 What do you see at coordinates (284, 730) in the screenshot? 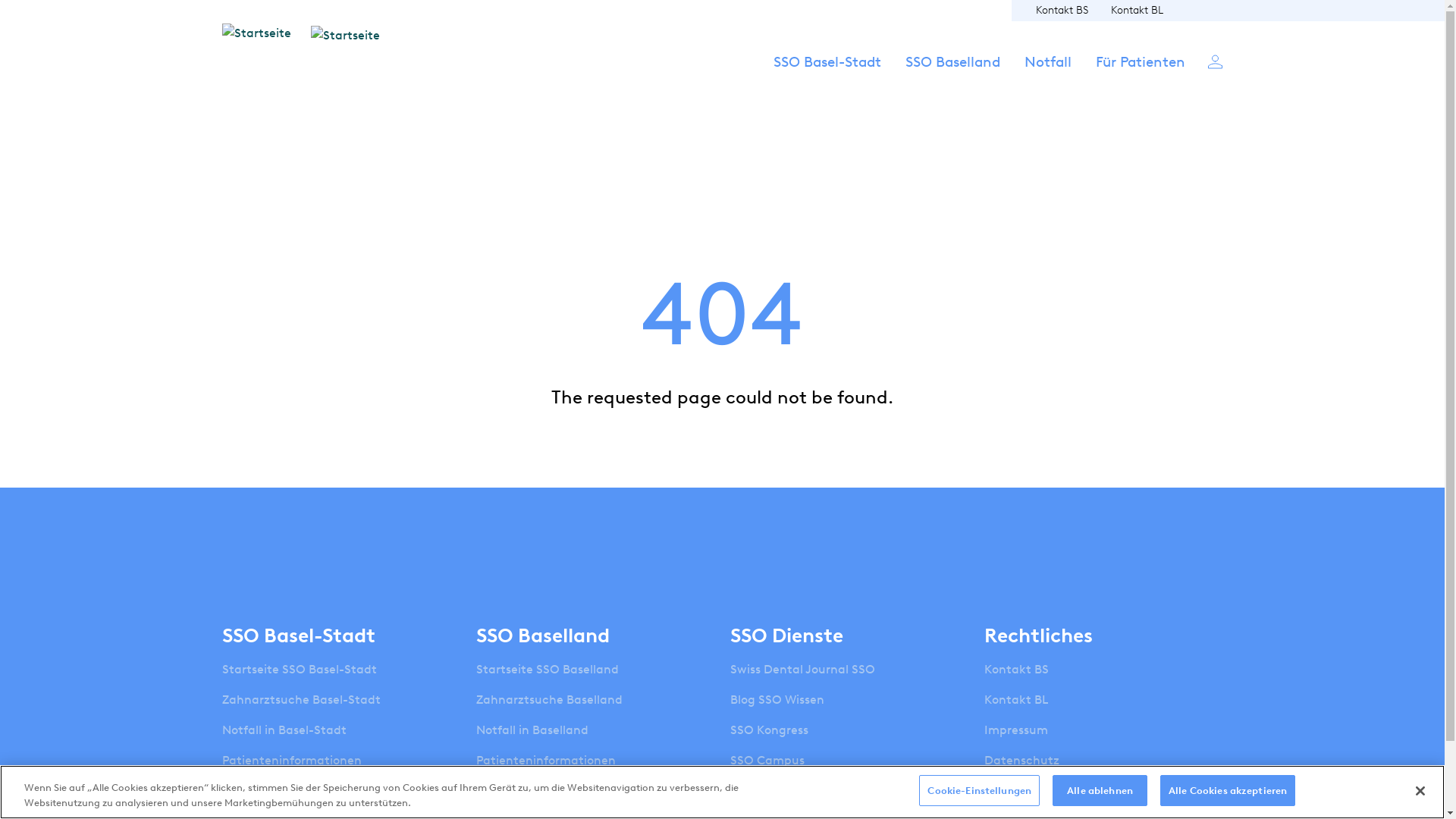
I see `'Notfall in Basel-Stadt'` at bounding box center [284, 730].